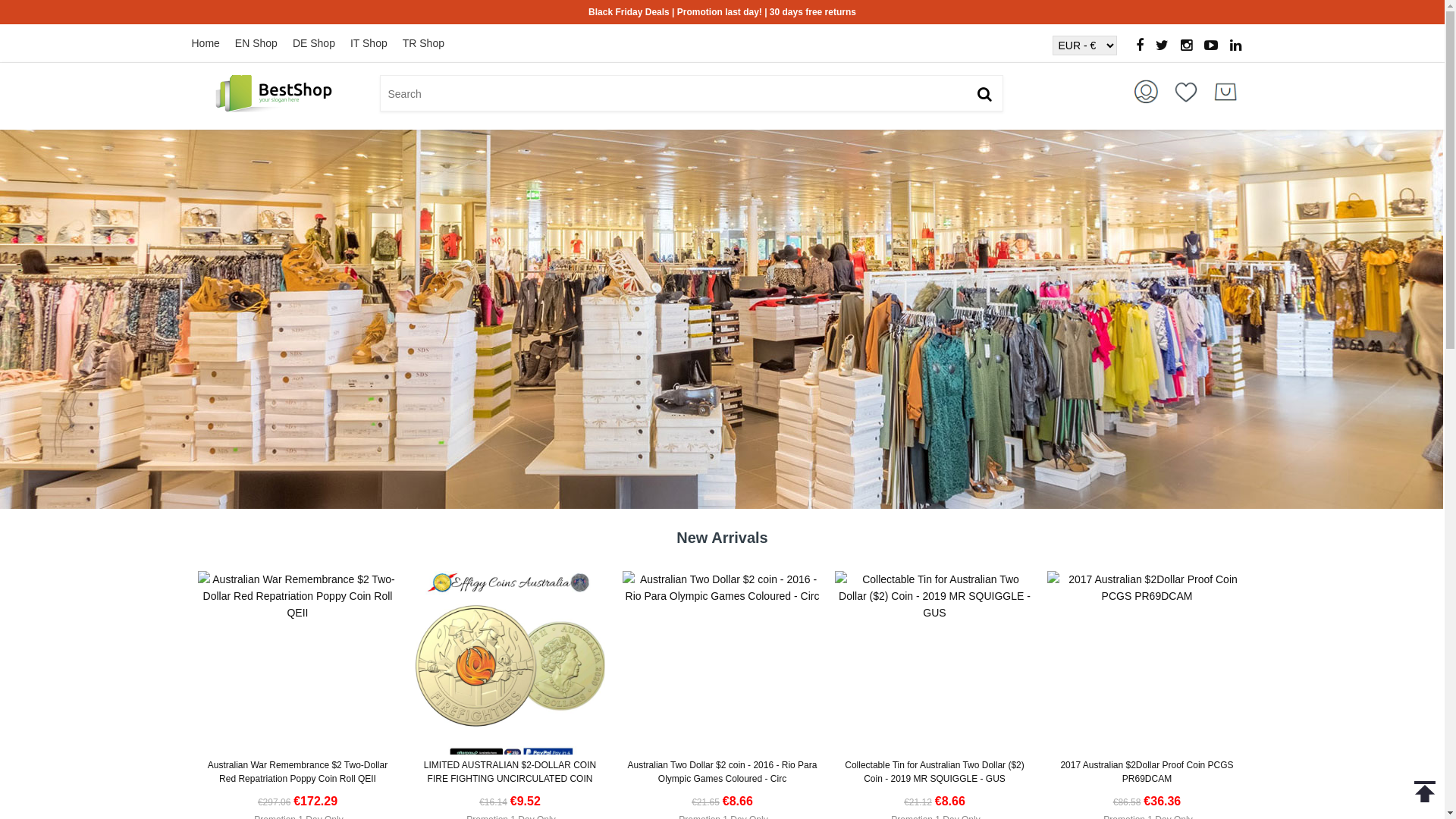 This screenshot has width=1456, height=819. Describe the element at coordinates (1165, 91) in the screenshot. I see `'Heart'` at that location.